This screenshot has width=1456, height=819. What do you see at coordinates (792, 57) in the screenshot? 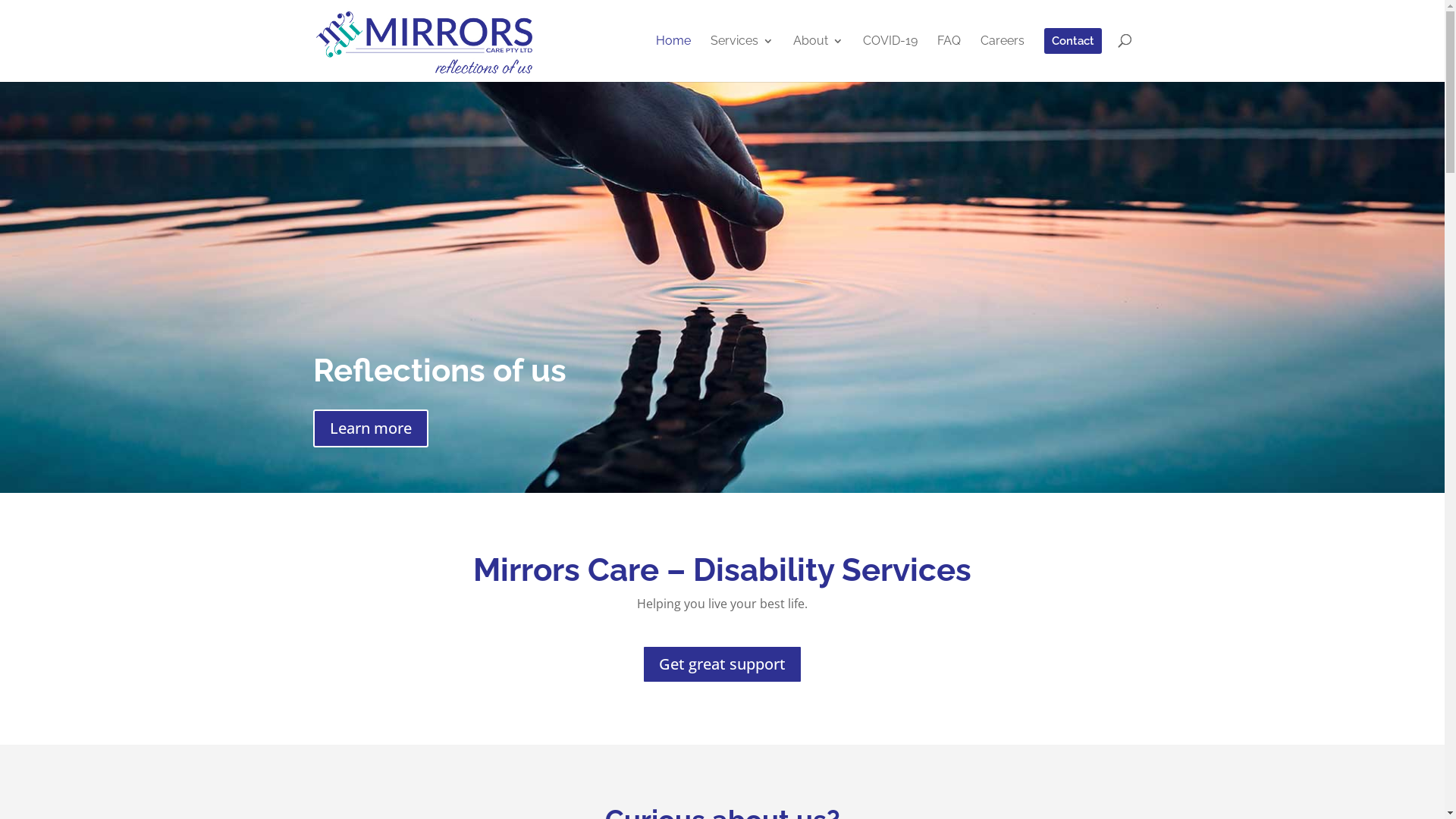
I see `'About'` at bounding box center [792, 57].